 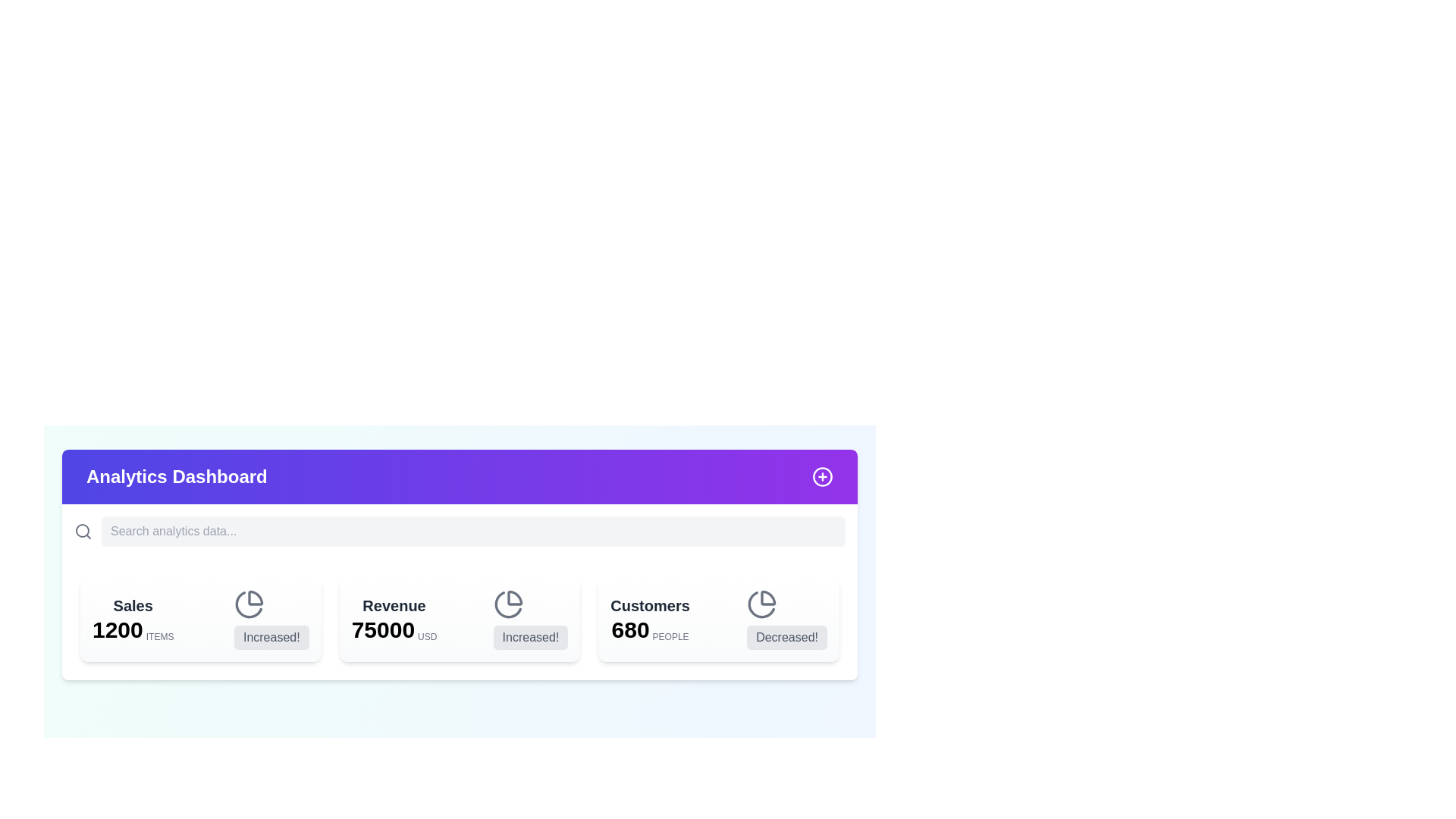 What do you see at coordinates (394, 604) in the screenshot?
I see `the Text label that serves as a title for the revenue metric, positioned within a card on the dashboard layout` at bounding box center [394, 604].